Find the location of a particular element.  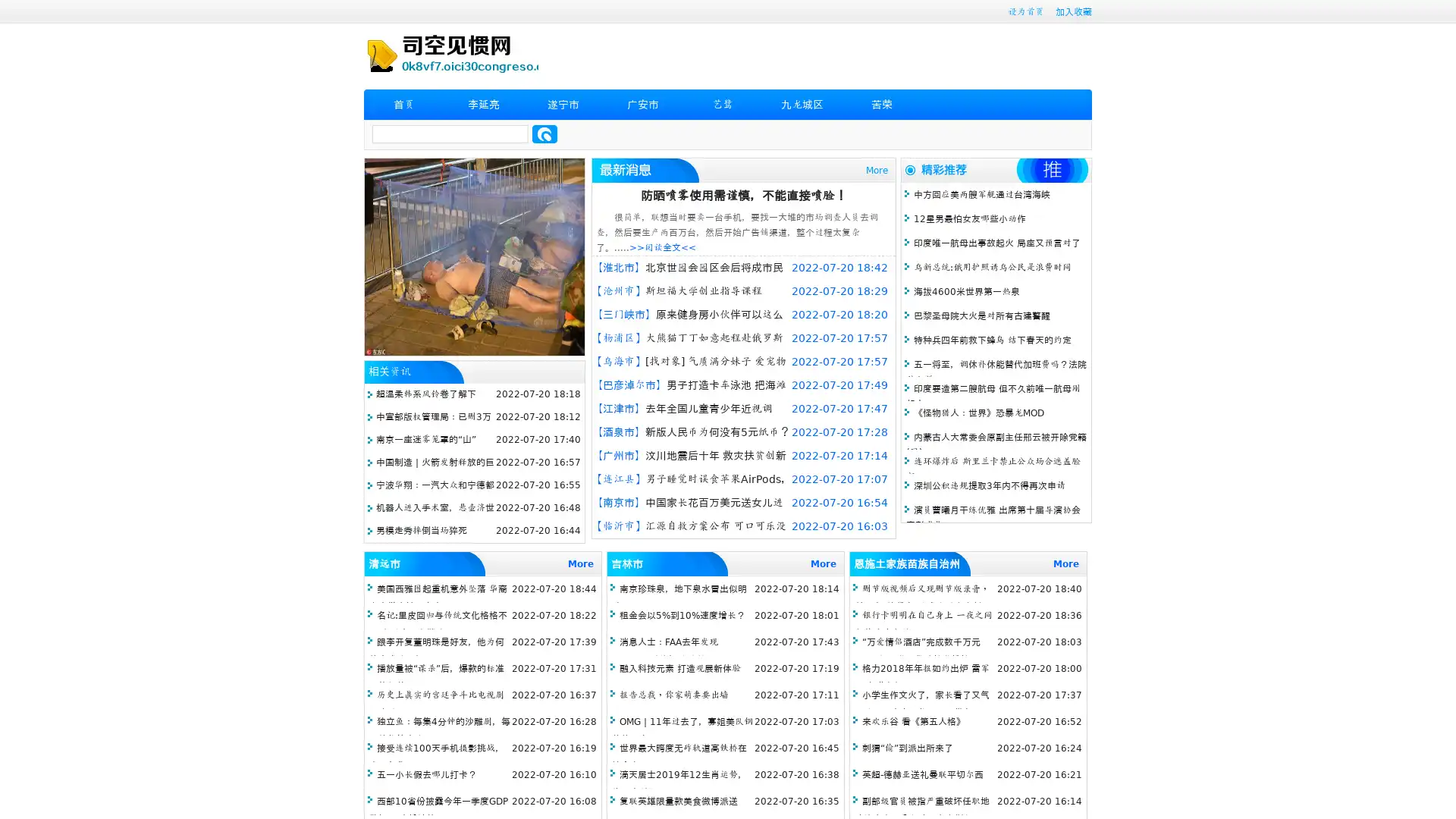

Search is located at coordinates (544, 133).